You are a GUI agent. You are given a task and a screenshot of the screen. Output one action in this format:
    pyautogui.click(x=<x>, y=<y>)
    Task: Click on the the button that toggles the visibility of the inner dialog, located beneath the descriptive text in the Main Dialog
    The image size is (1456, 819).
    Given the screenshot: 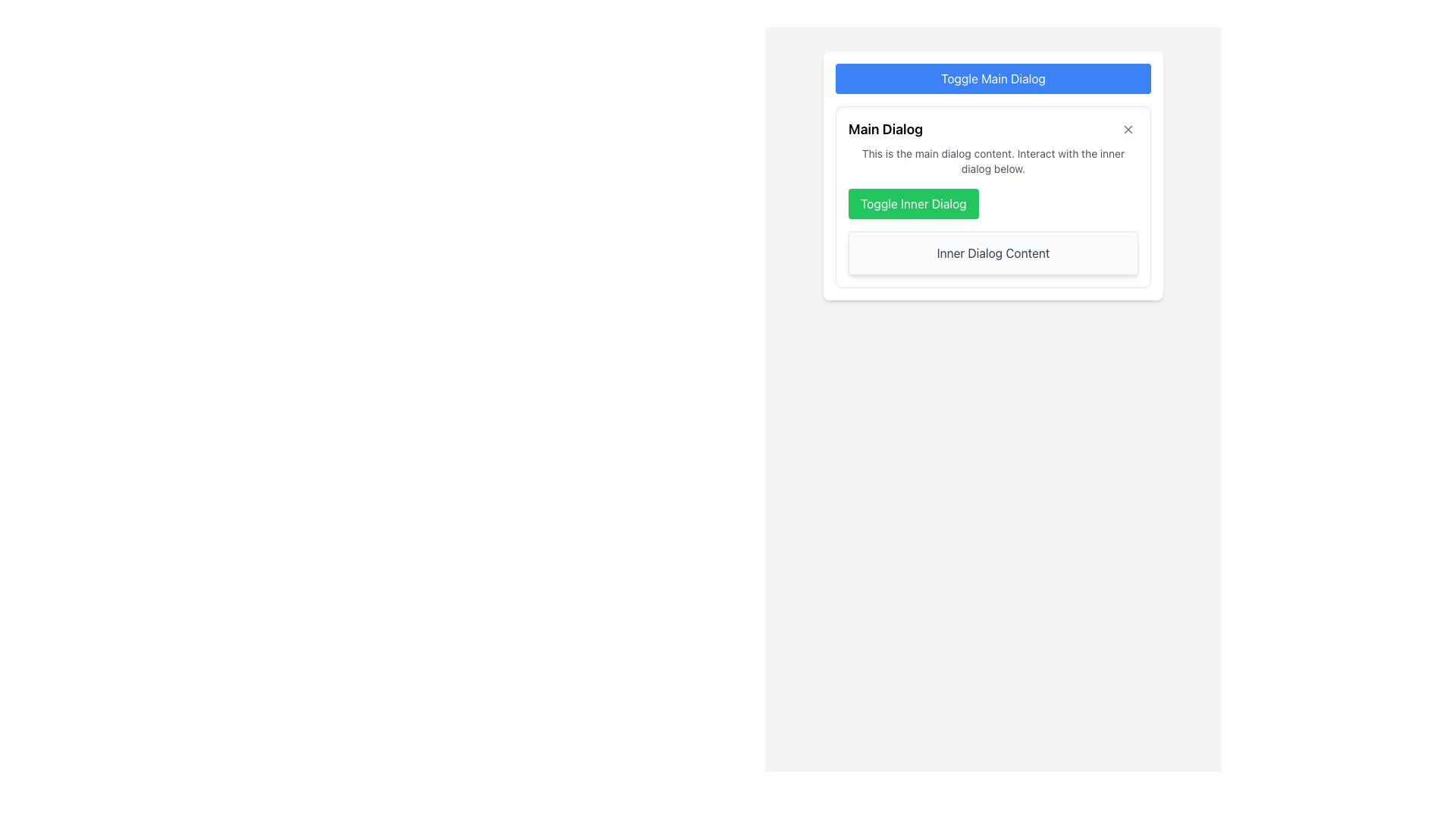 What is the action you would take?
    pyautogui.click(x=912, y=203)
    